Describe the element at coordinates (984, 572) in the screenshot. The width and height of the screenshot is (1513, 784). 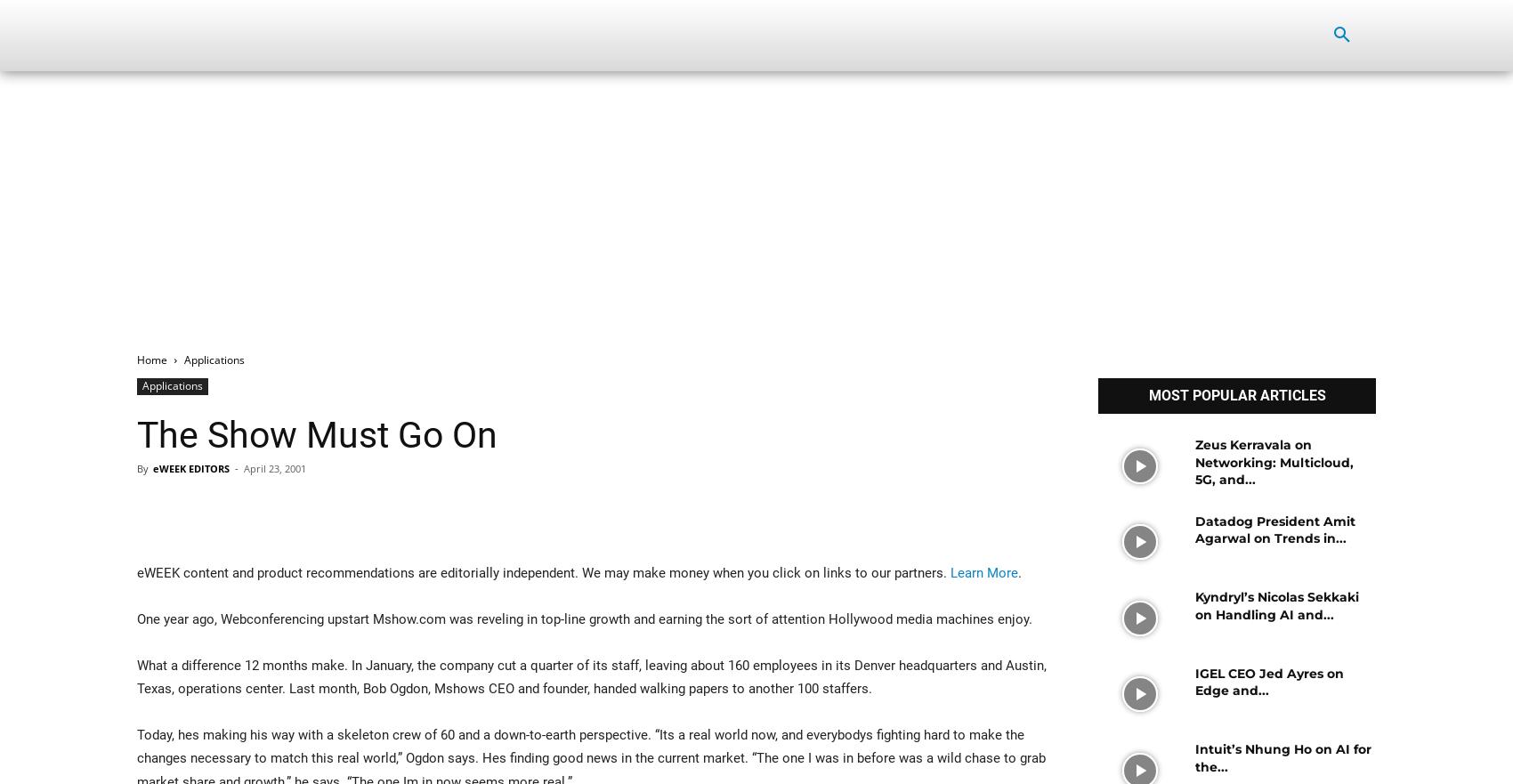
I see `'Learn More'` at that location.